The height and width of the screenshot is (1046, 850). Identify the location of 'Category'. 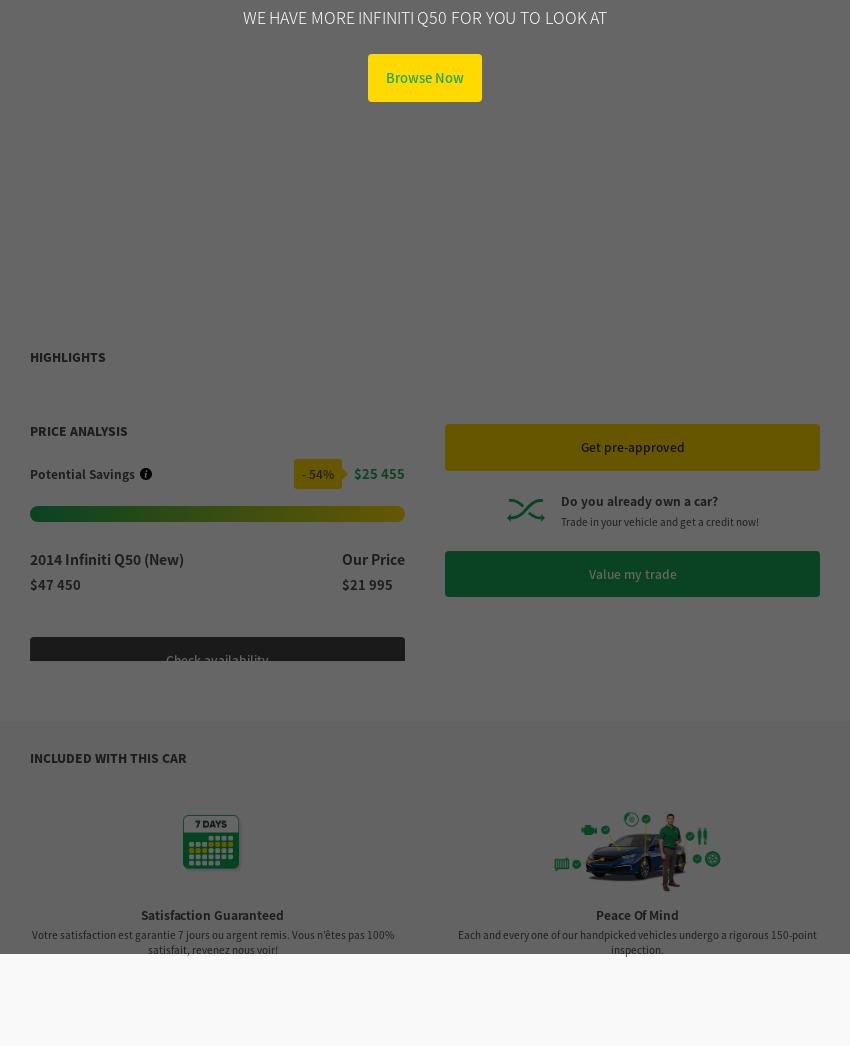
(388, 905).